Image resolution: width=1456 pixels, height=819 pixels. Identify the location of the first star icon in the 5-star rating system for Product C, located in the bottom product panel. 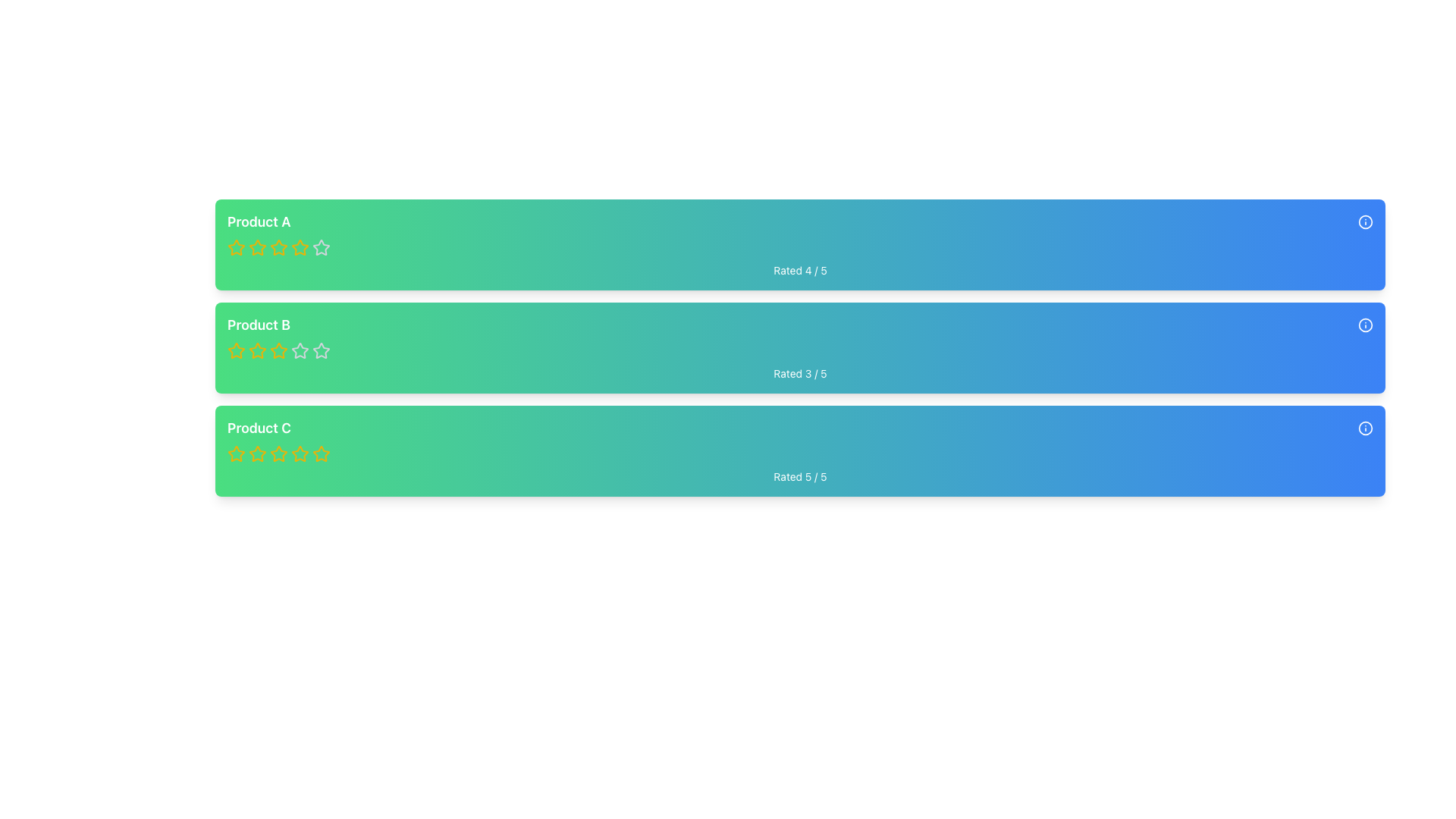
(258, 453).